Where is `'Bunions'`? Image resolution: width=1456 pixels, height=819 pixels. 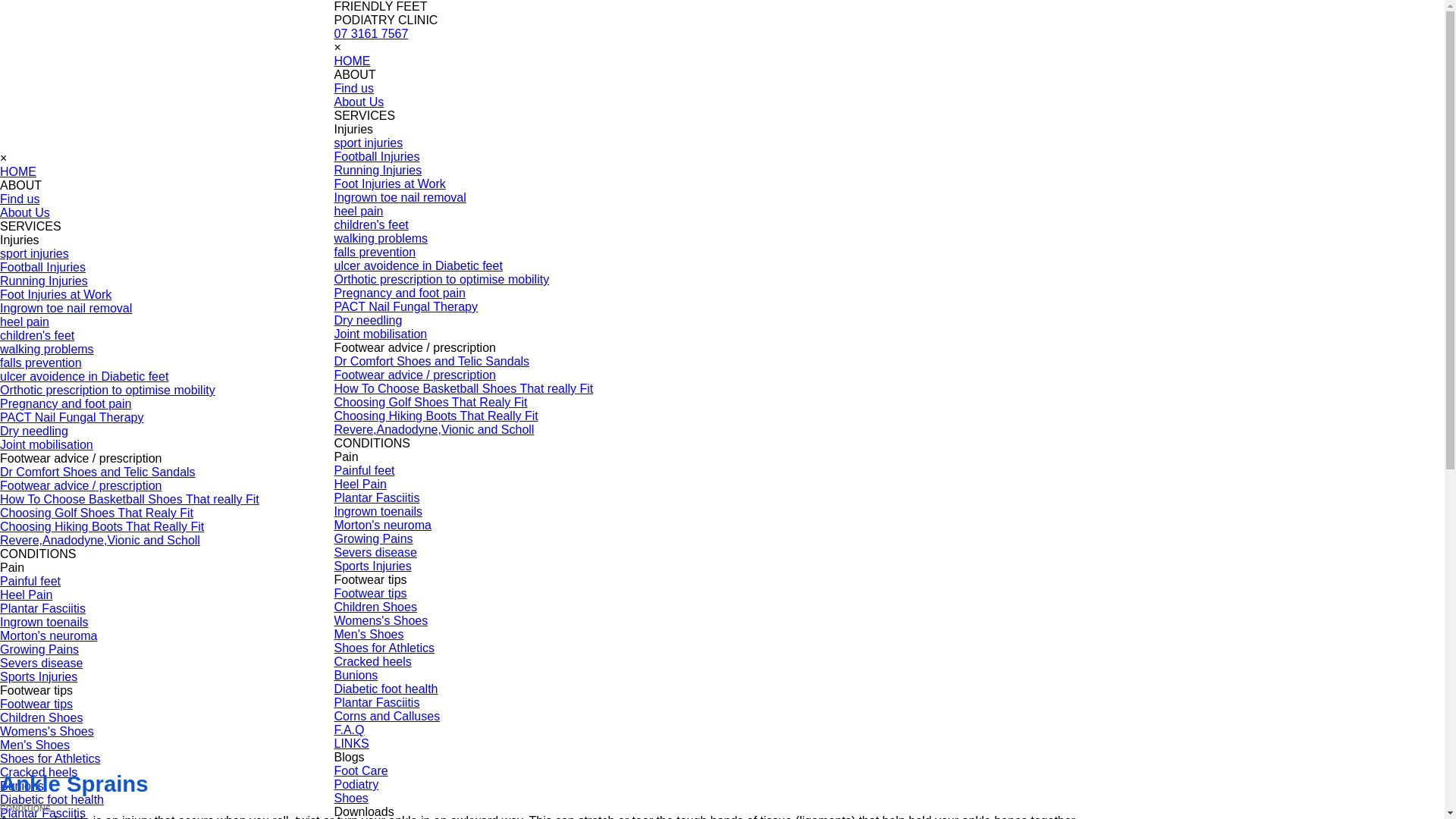 'Bunions' is located at coordinates (355, 674).